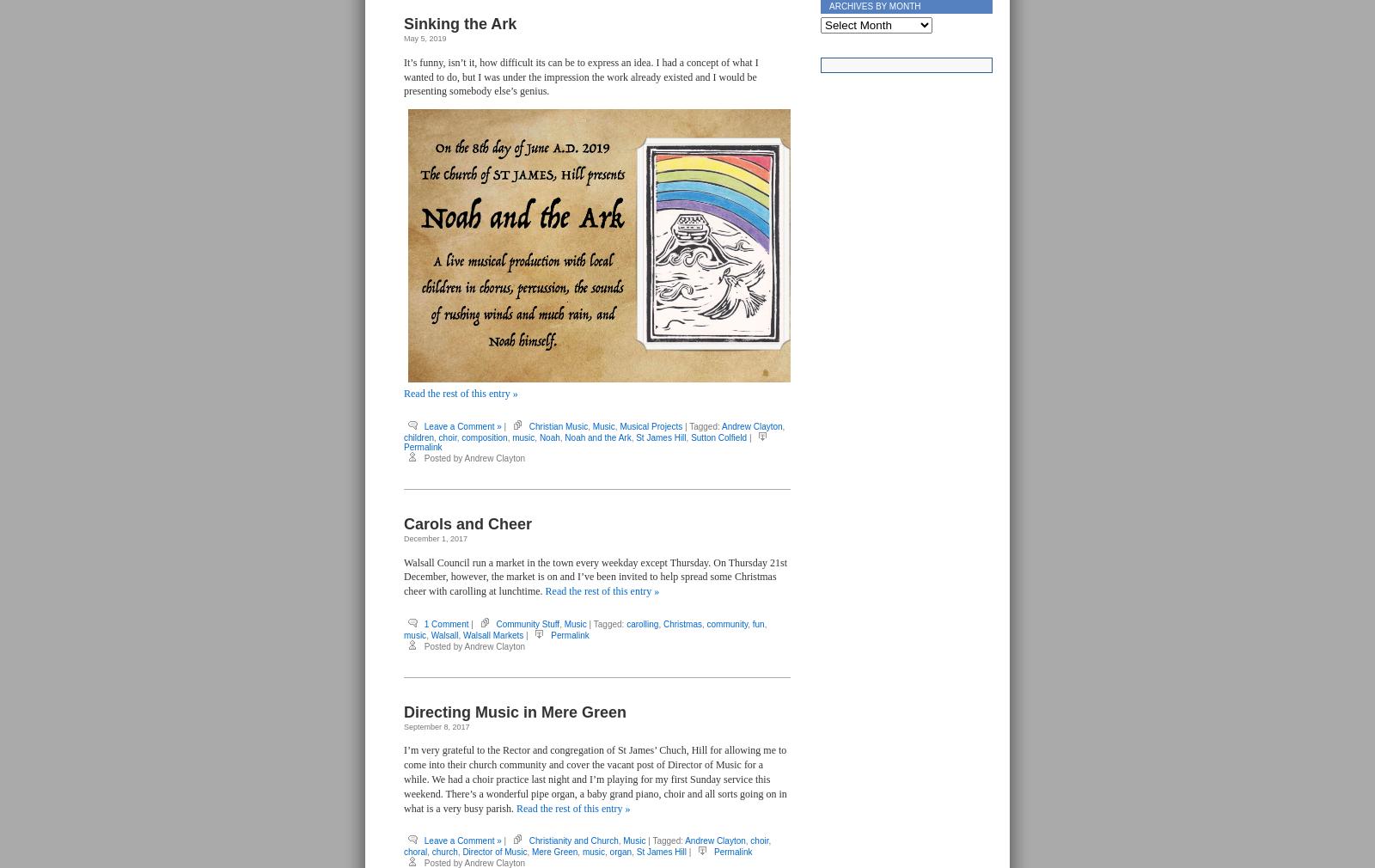  I want to click on 'church', so click(443, 852).